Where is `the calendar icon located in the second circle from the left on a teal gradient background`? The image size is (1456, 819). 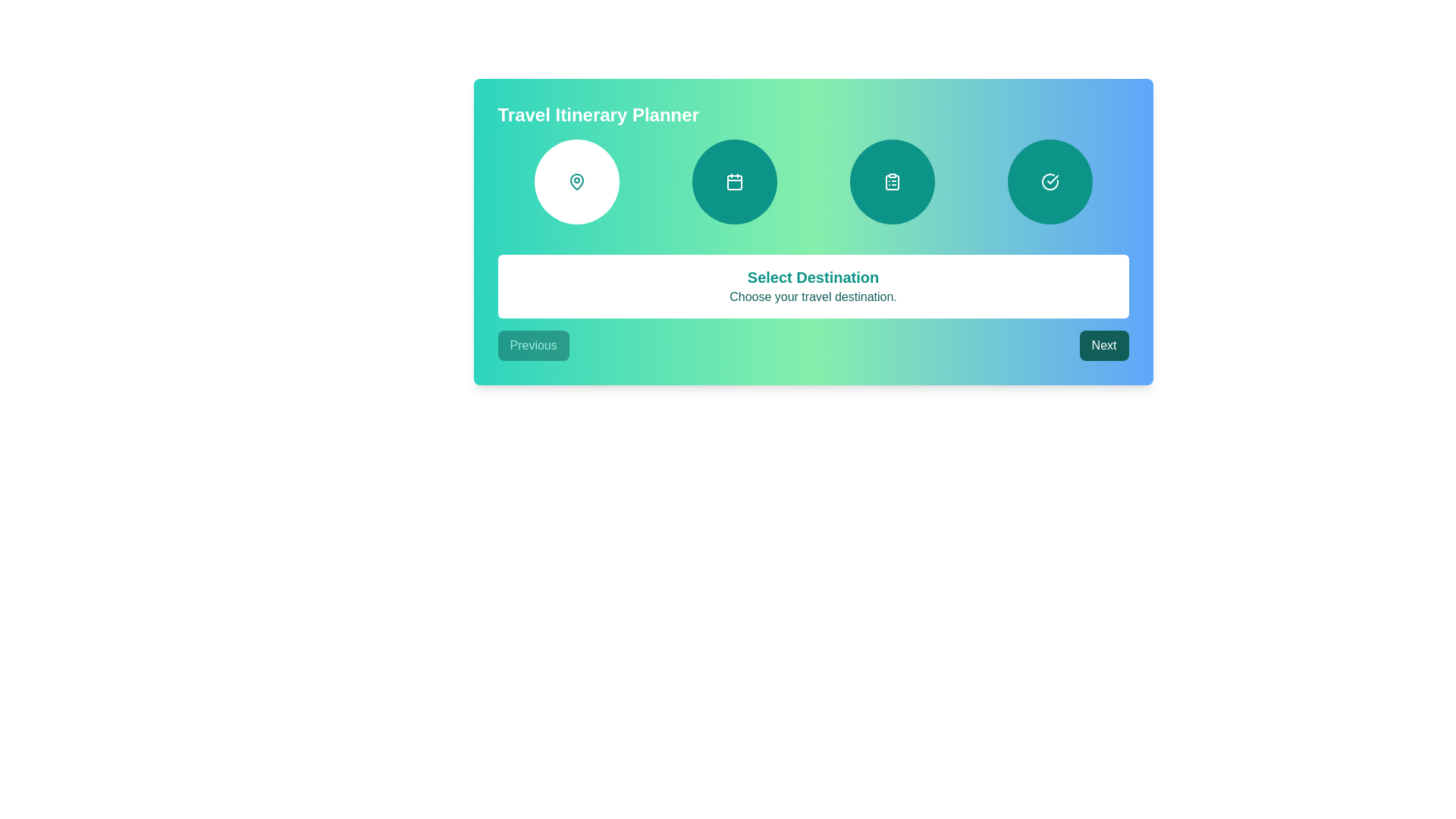
the calendar icon located in the second circle from the left on a teal gradient background is located at coordinates (734, 180).